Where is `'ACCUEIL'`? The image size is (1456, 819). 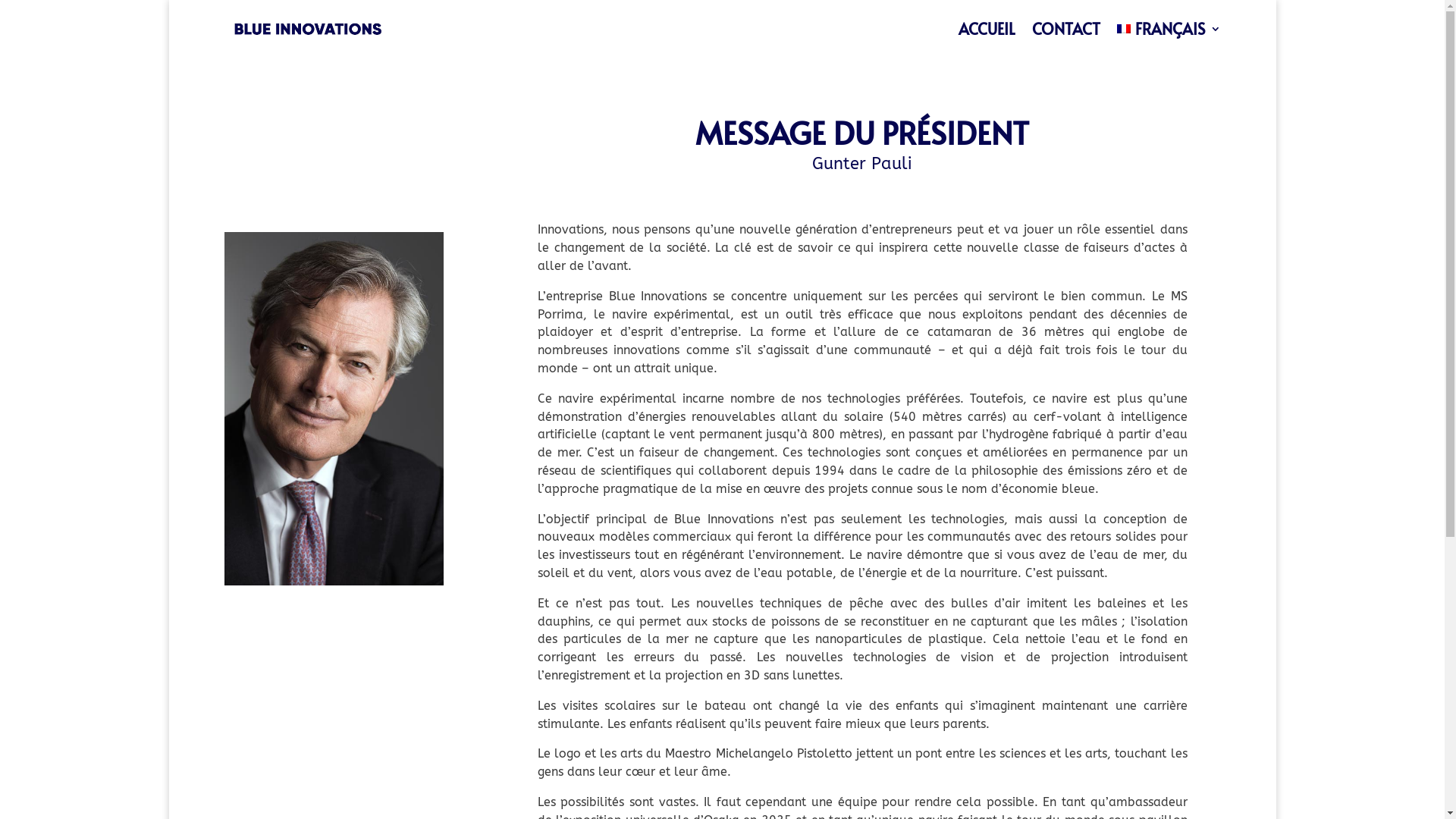 'ACCUEIL' is located at coordinates (987, 29).